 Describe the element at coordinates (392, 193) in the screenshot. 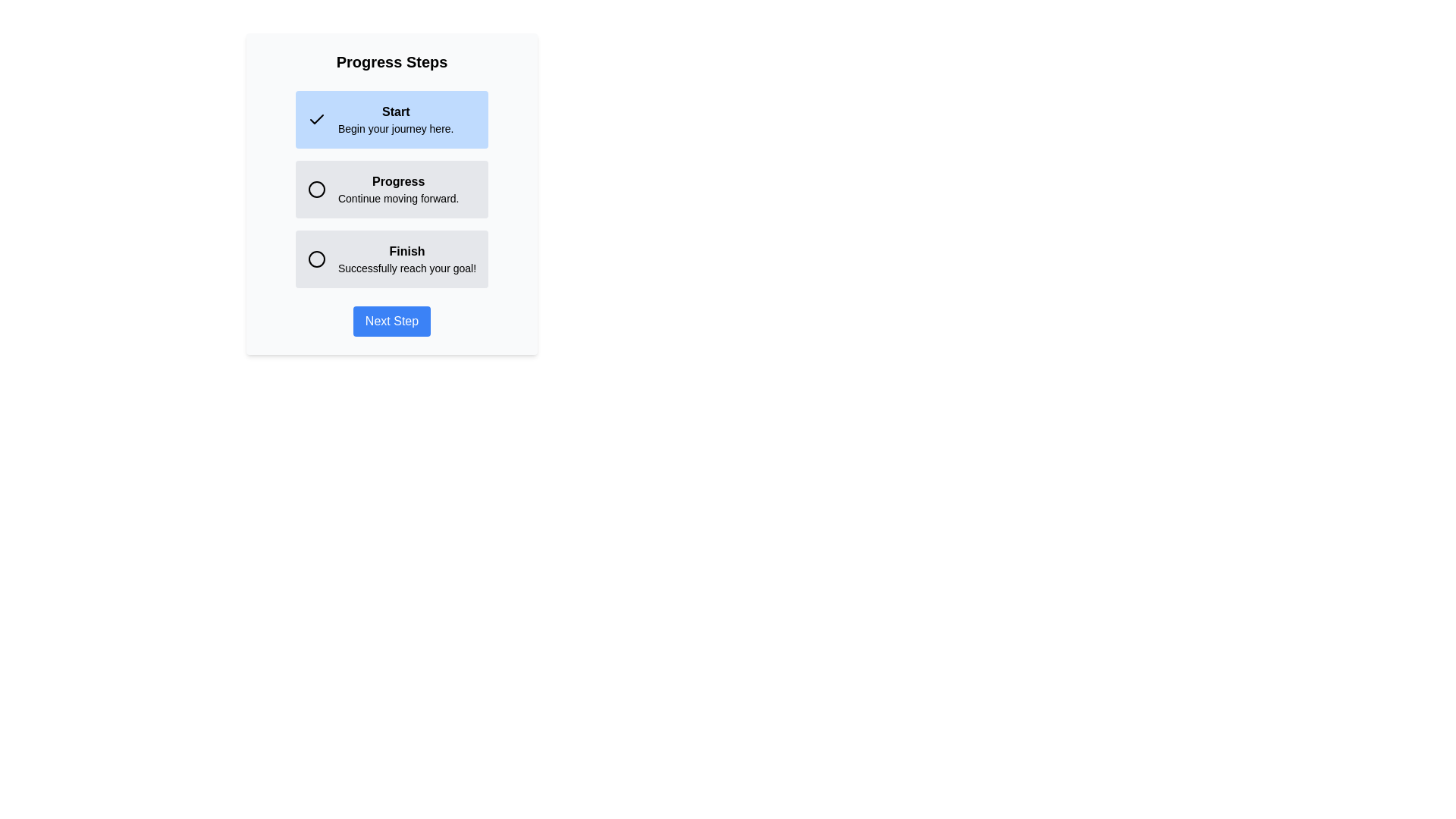

I see `the 'Next Step' button in the Progress tracker interface to proceed to the subsequent step, which is located centrally in the viewport after the title 'Progress Steps'` at that location.